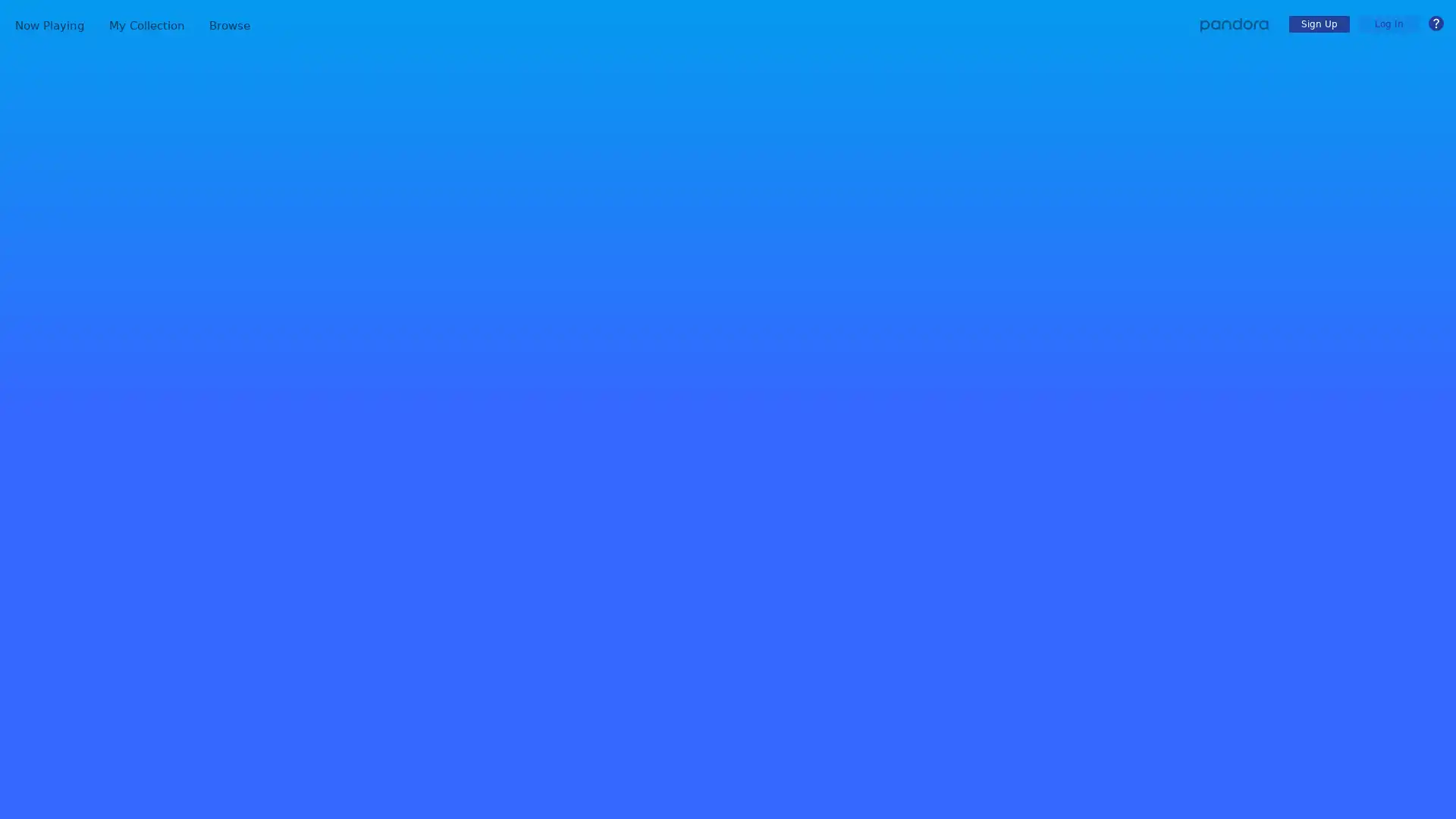 The height and width of the screenshot is (819, 1456). I want to click on 56:24, so click(1256, 610).